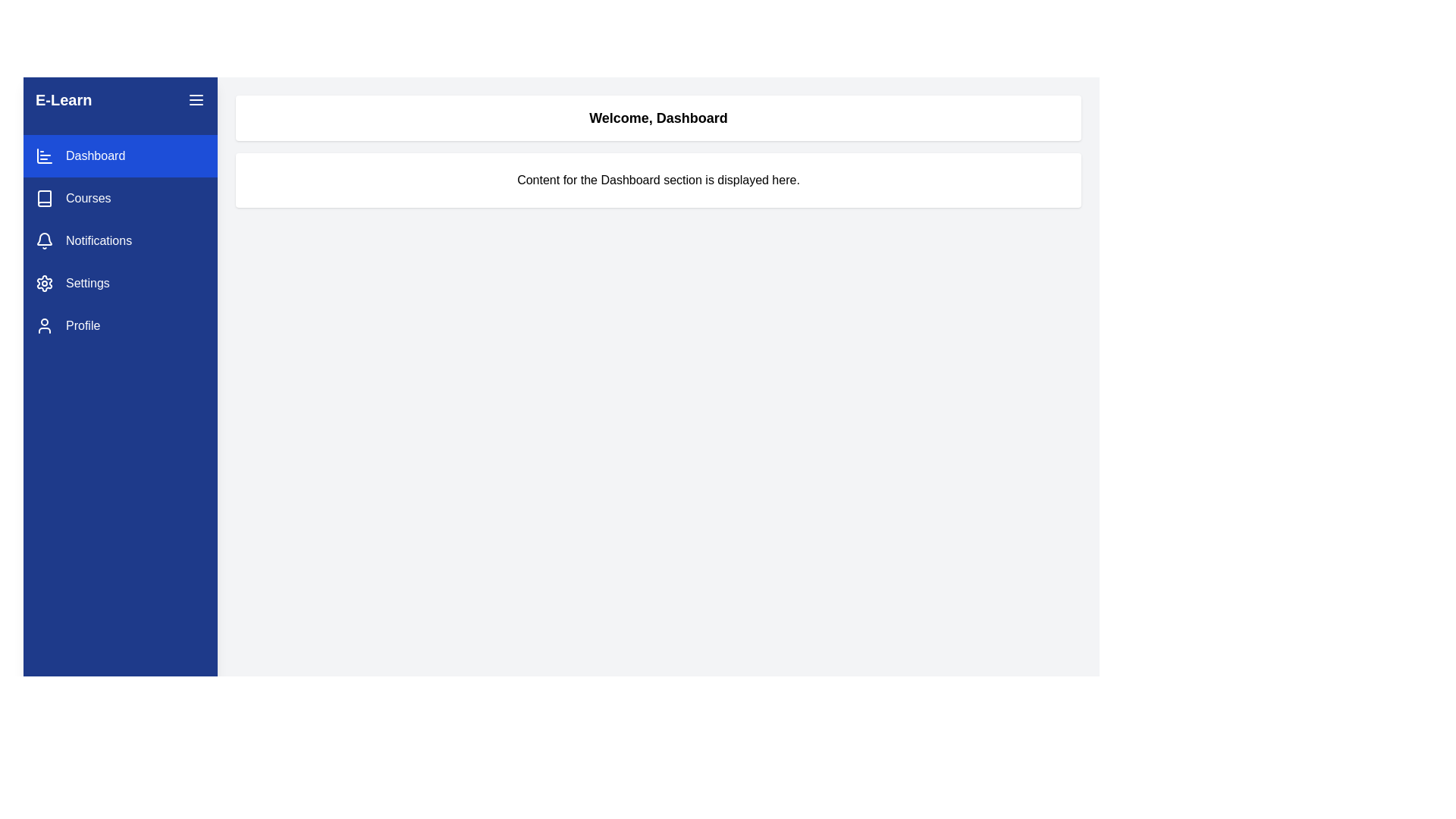 The height and width of the screenshot is (819, 1456). Describe the element at coordinates (658, 117) in the screenshot. I see `the bold, large-sized static text label reading 'Welcome, Dashboard', prominently displayed at the top of the main content area within a white background box` at that location.